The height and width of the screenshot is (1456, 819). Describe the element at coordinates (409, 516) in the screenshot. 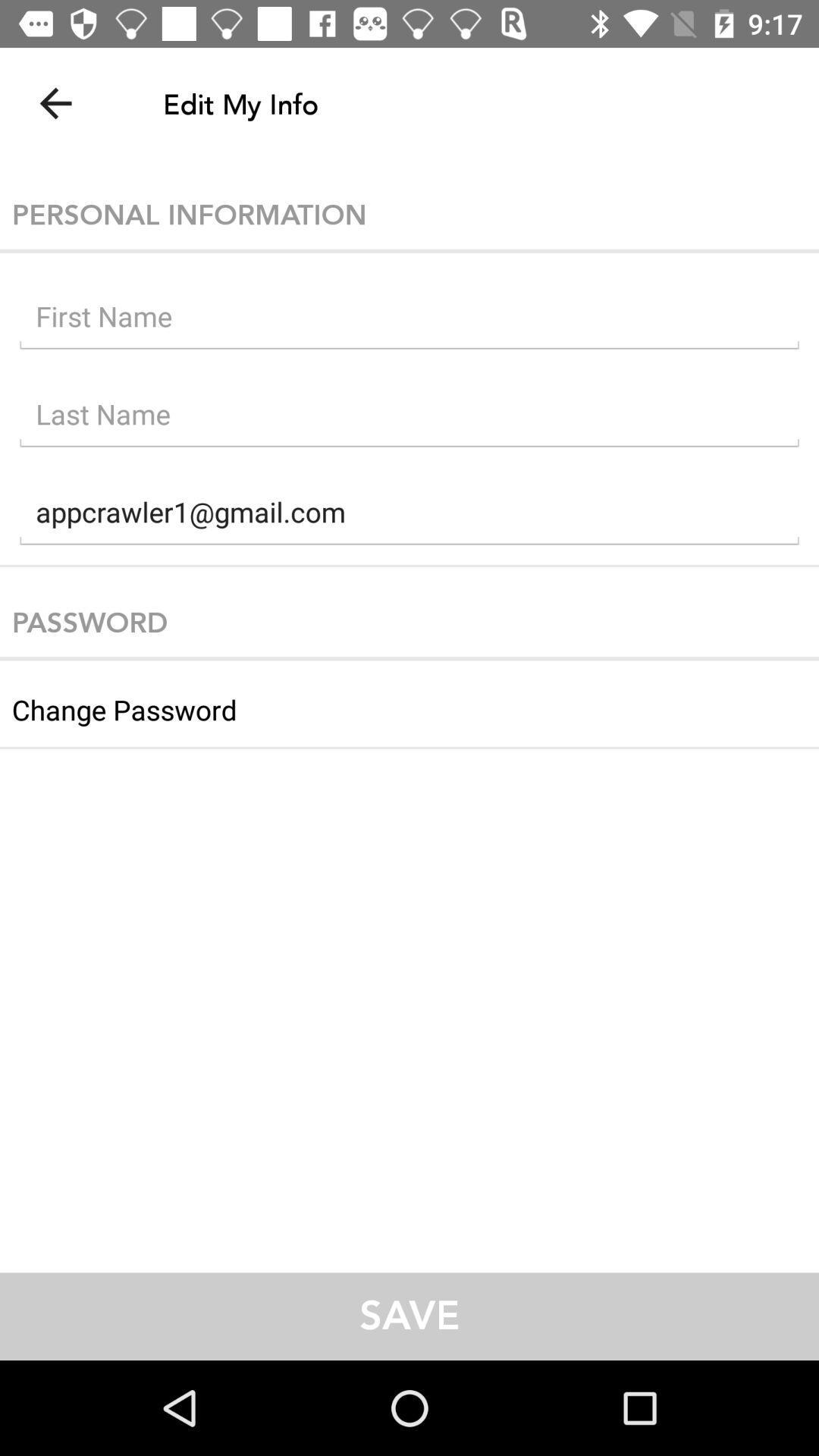

I see `appcrawler1@gmail.com item` at that location.